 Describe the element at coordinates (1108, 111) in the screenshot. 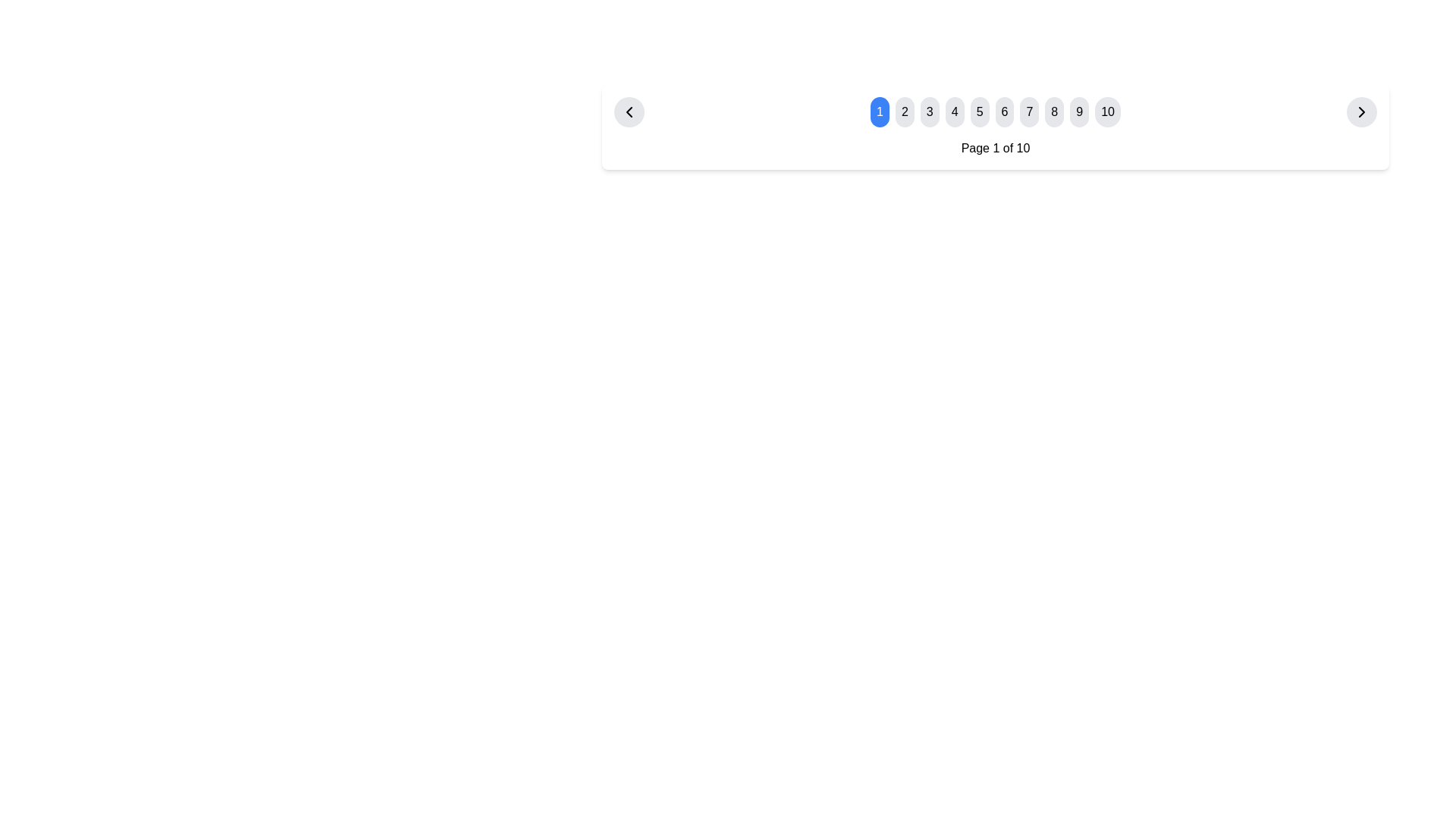

I see `the circular button with a light gray background and black text displaying the number '10'` at that location.